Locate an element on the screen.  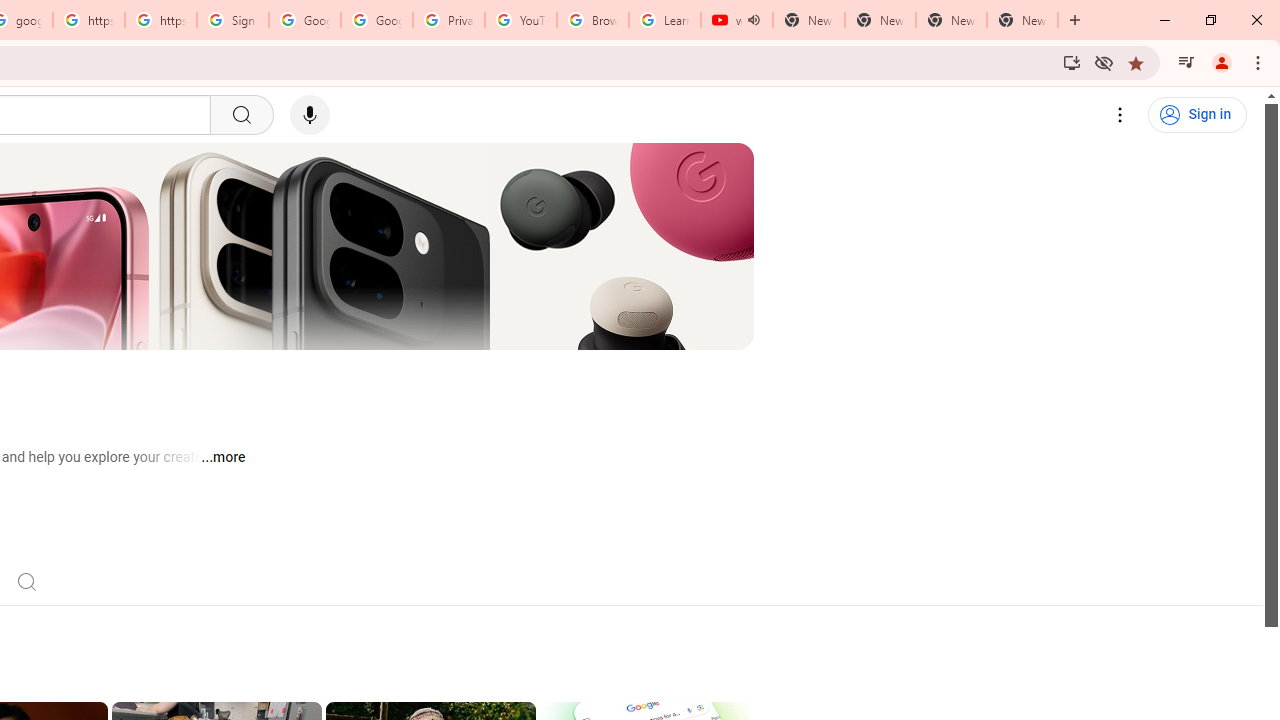
'Chrome' is located at coordinates (1259, 61).